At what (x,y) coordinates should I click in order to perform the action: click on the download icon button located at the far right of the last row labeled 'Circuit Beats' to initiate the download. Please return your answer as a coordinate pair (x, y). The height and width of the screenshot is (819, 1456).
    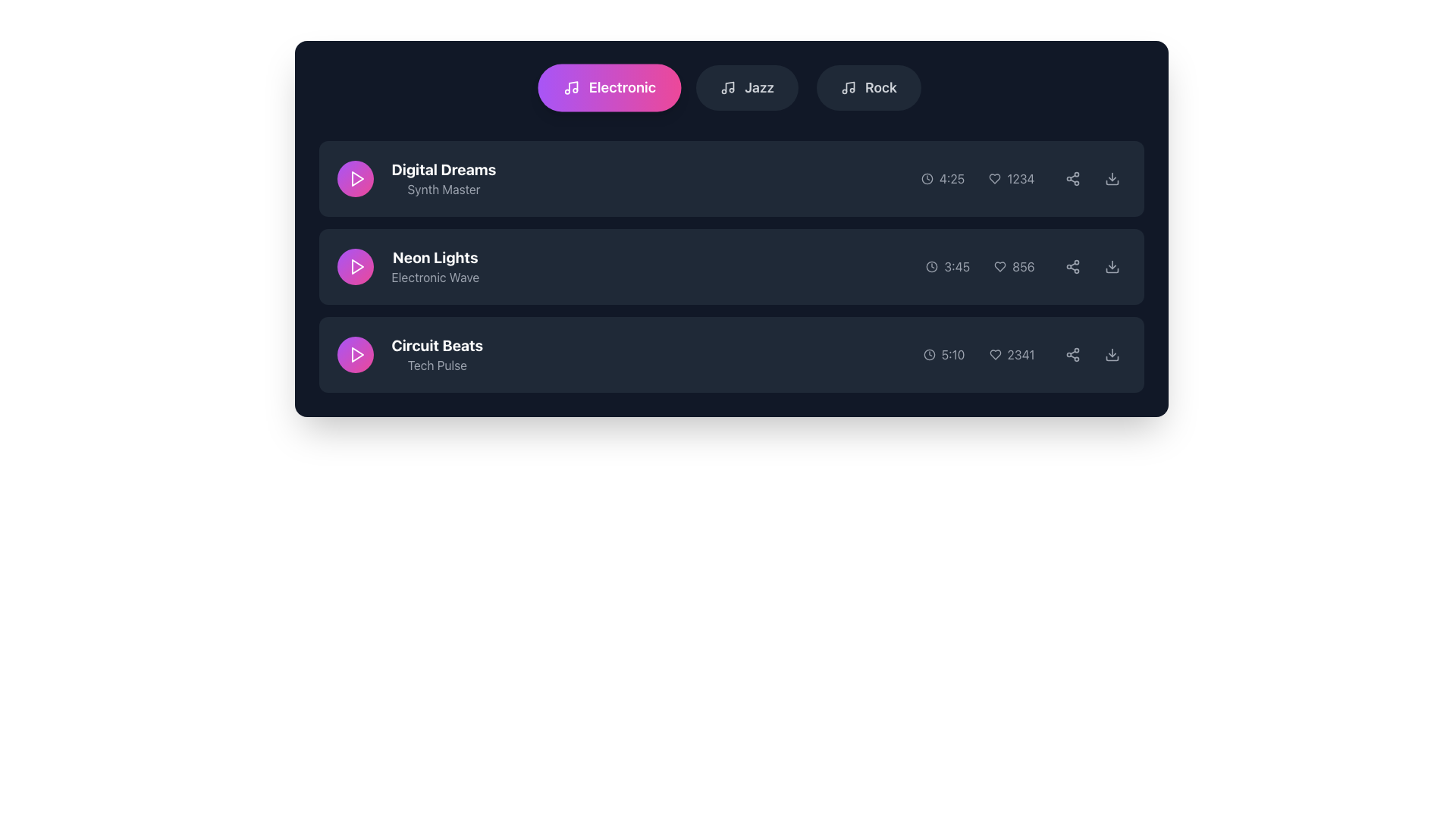
    Looking at the image, I should click on (1112, 354).